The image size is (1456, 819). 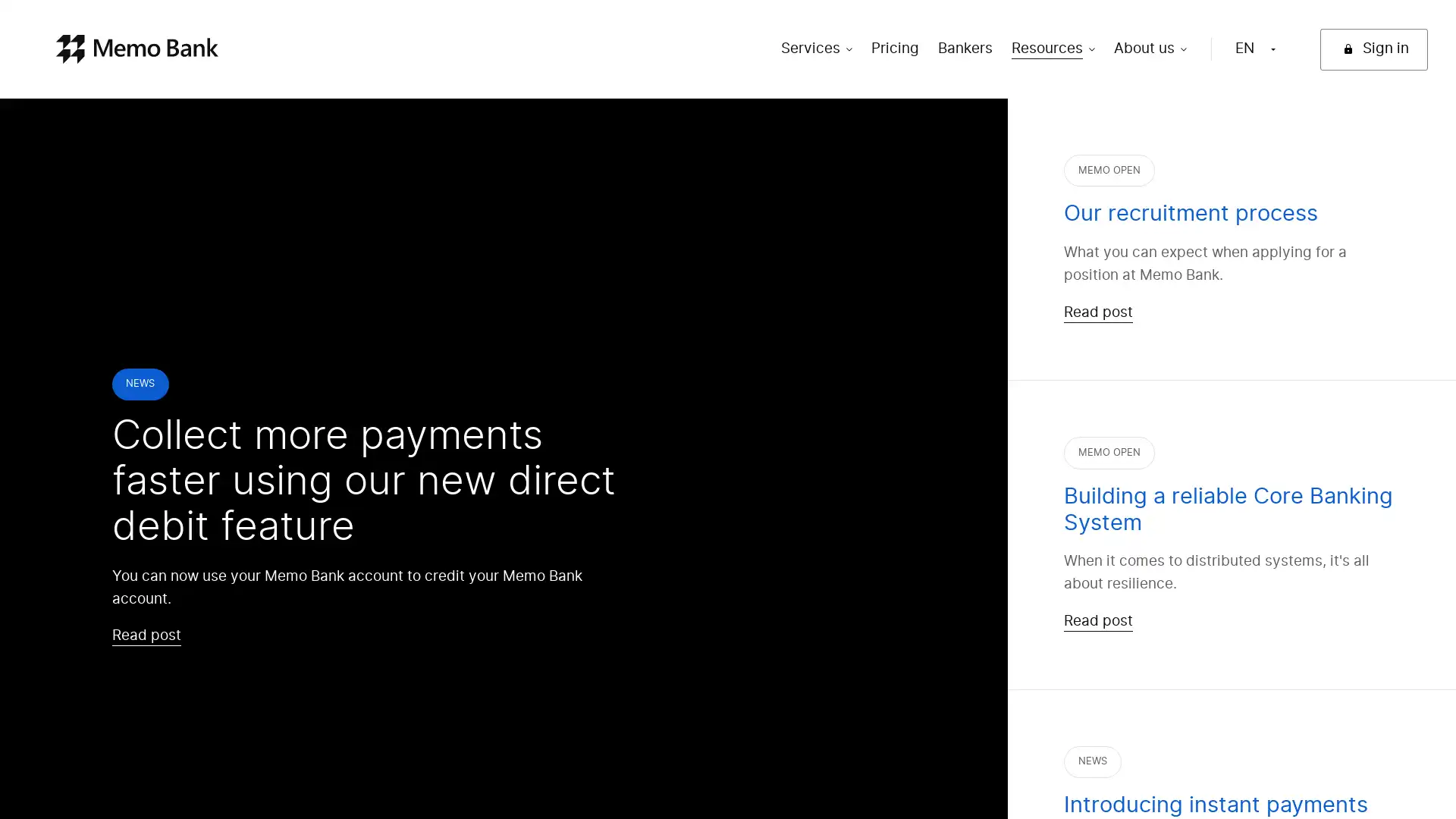 What do you see at coordinates (1150, 49) in the screenshot?
I see `About us` at bounding box center [1150, 49].